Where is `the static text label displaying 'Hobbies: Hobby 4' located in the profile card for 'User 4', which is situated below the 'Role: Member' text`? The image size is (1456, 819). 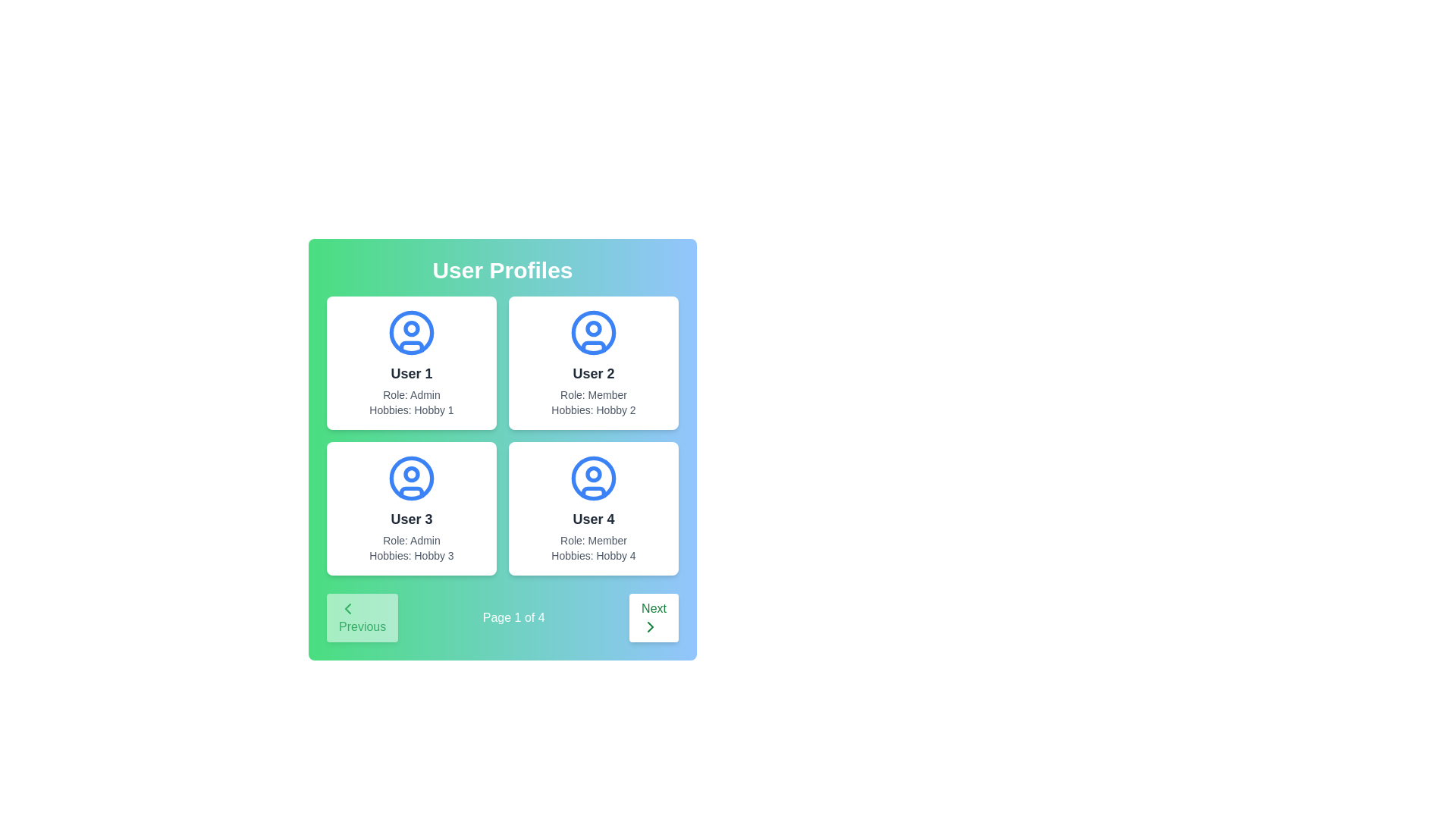
the static text label displaying 'Hobbies: Hobby 4' located in the profile card for 'User 4', which is situated below the 'Role: Member' text is located at coordinates (592, 555).